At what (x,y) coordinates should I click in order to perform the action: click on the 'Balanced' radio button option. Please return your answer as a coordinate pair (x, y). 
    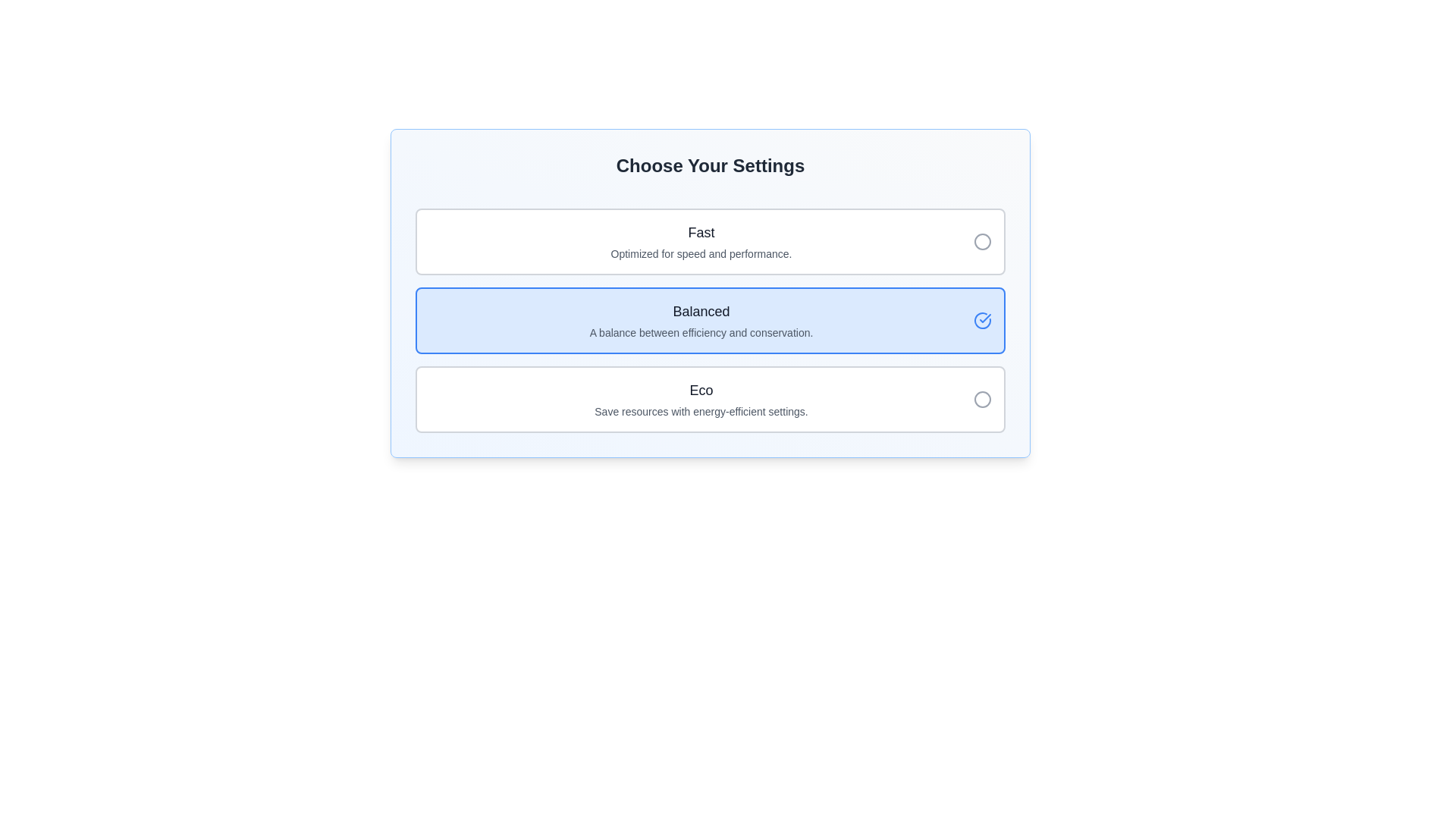
    Looking at the image, I should click on (709, 320).